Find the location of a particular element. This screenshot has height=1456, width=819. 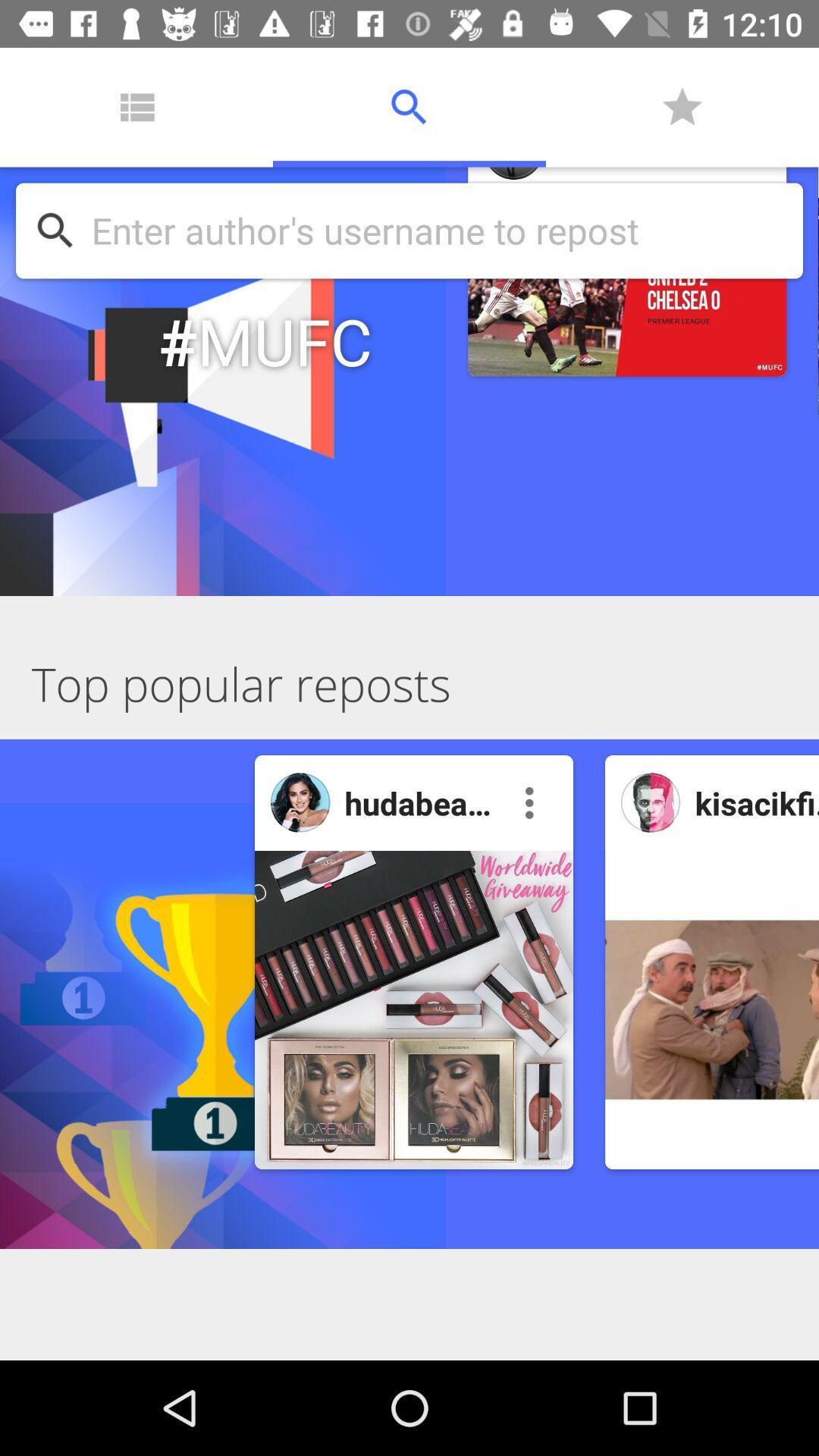

the repost is located at coordinates (711, 1009).